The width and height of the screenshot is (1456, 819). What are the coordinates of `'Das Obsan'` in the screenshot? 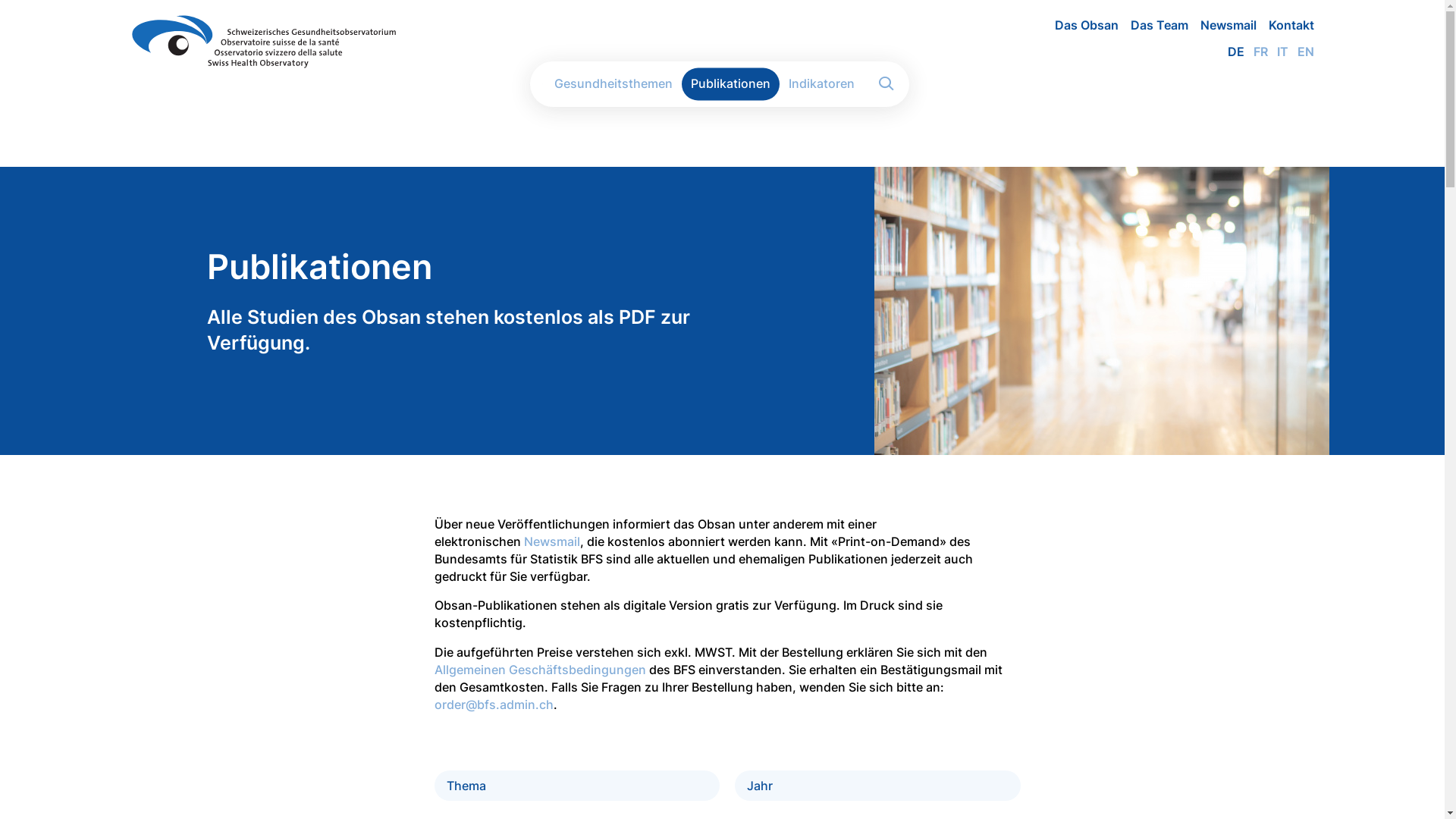 It's located at (1079, 25).